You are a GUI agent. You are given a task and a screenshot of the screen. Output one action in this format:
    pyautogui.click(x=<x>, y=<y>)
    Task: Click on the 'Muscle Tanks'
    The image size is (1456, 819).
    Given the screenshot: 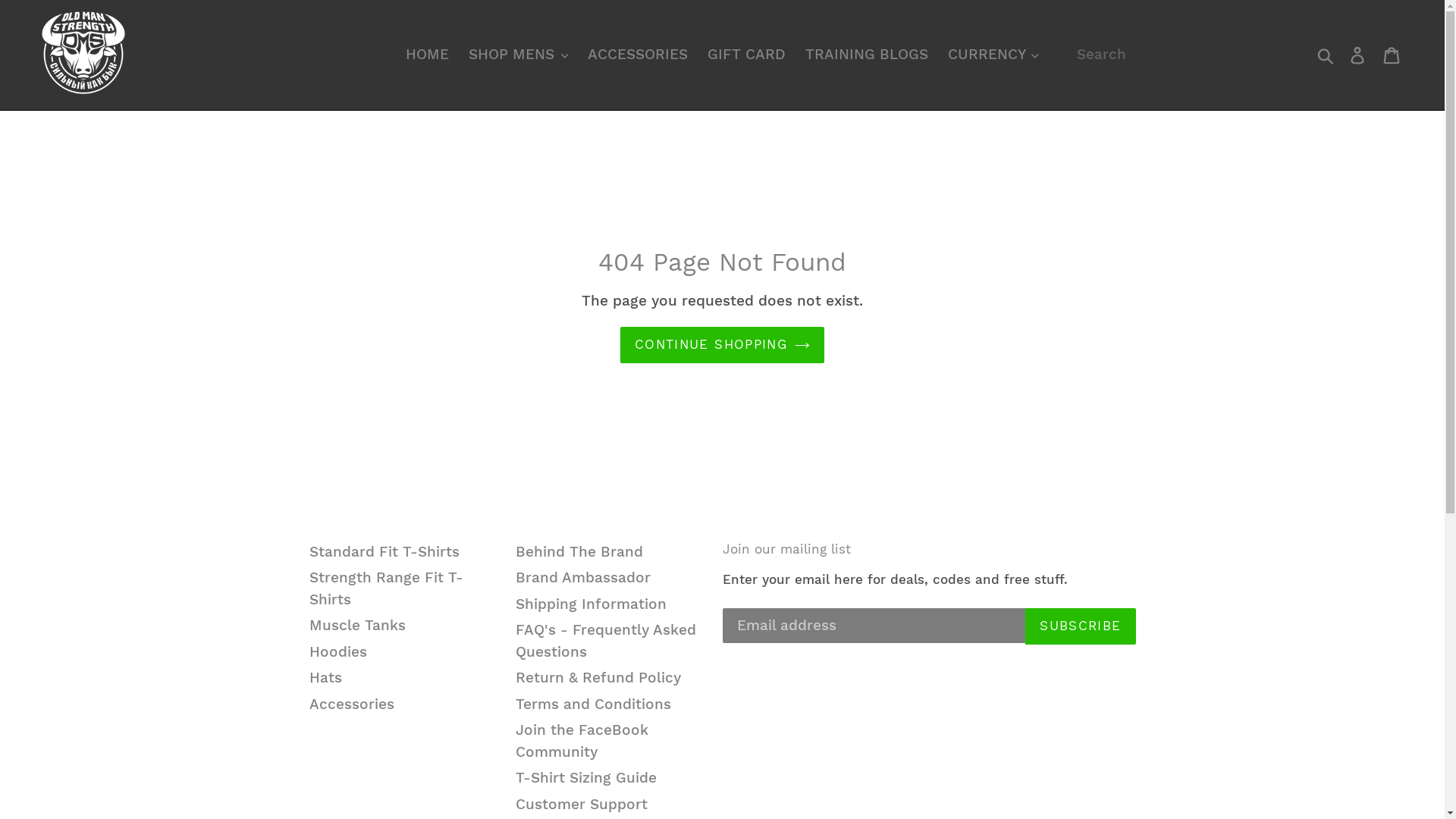 What is the action you would take?
    pyautogui.click(x=309, y=625)
    